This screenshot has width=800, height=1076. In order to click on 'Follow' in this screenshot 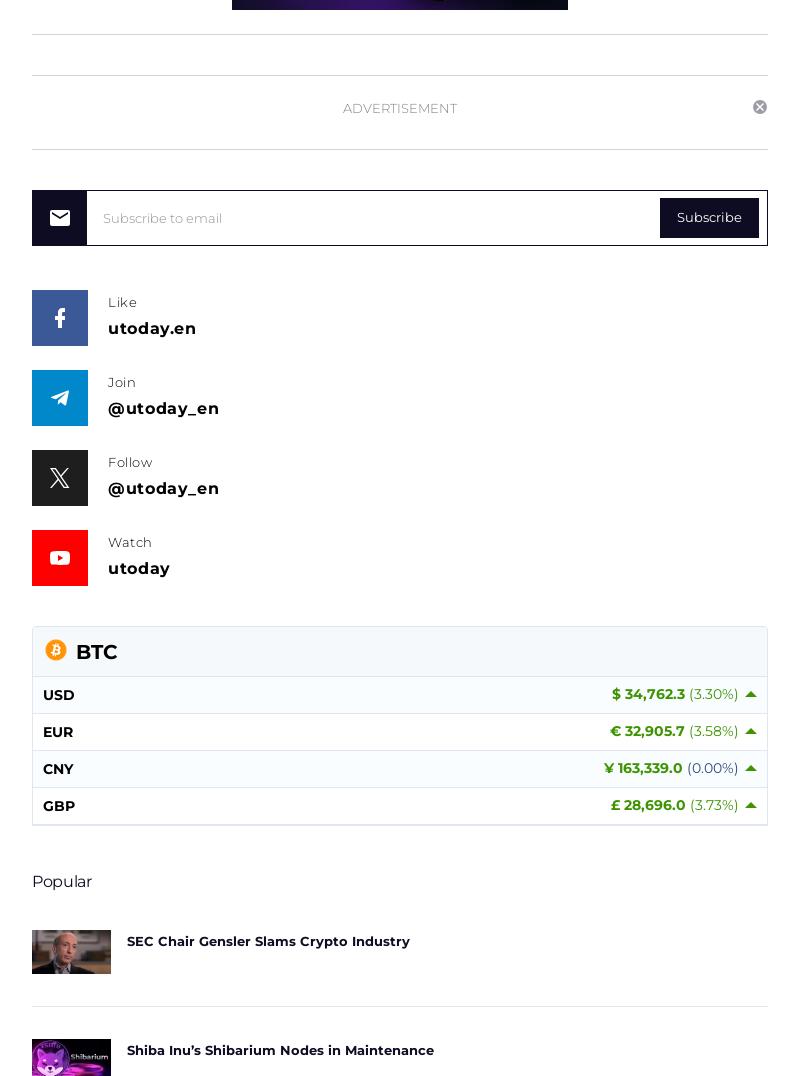, I will do `click(129, 461)`.